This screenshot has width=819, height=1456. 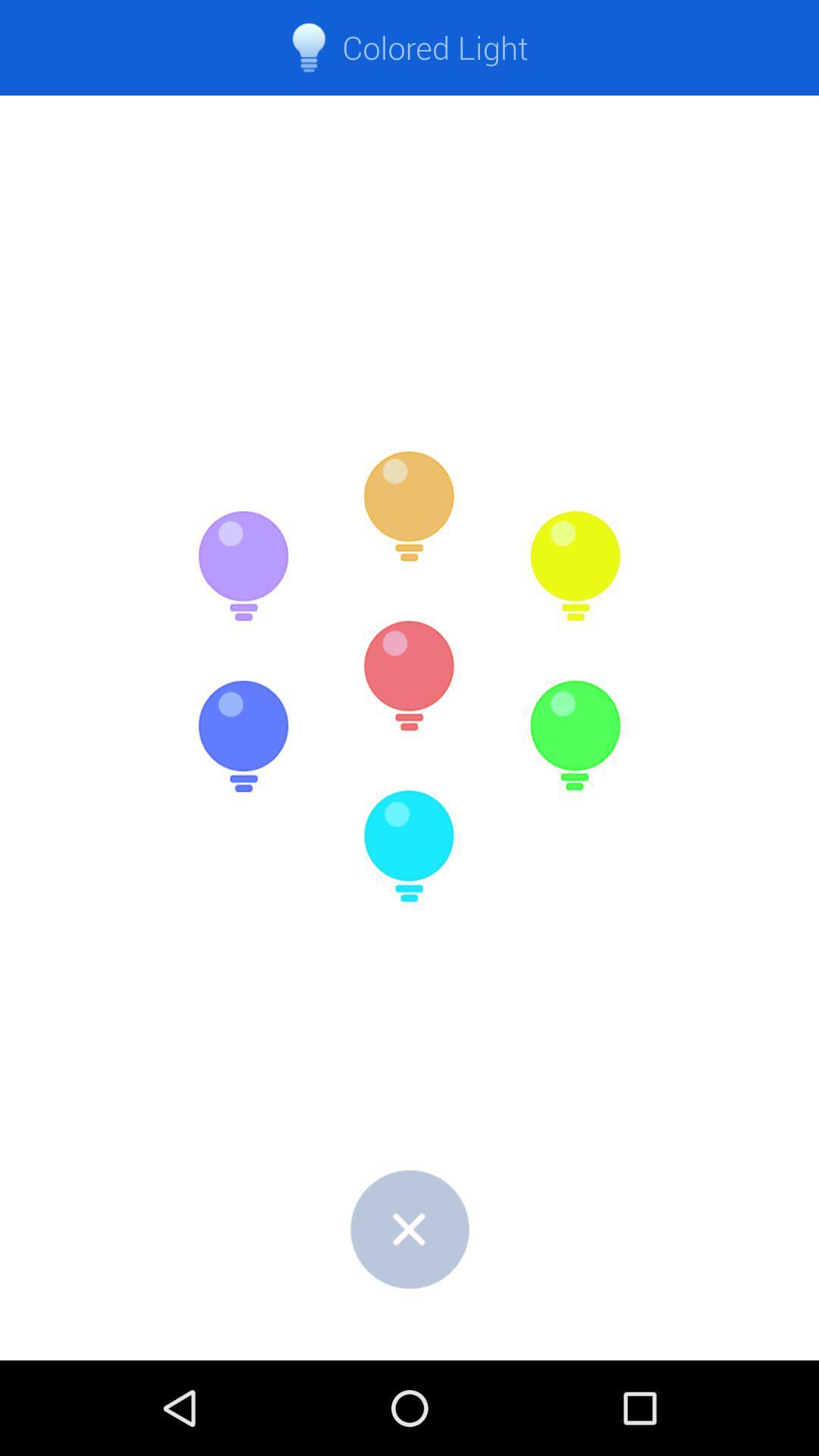 I want to click on the icon at the bottom, so click(x=409, y=1228).